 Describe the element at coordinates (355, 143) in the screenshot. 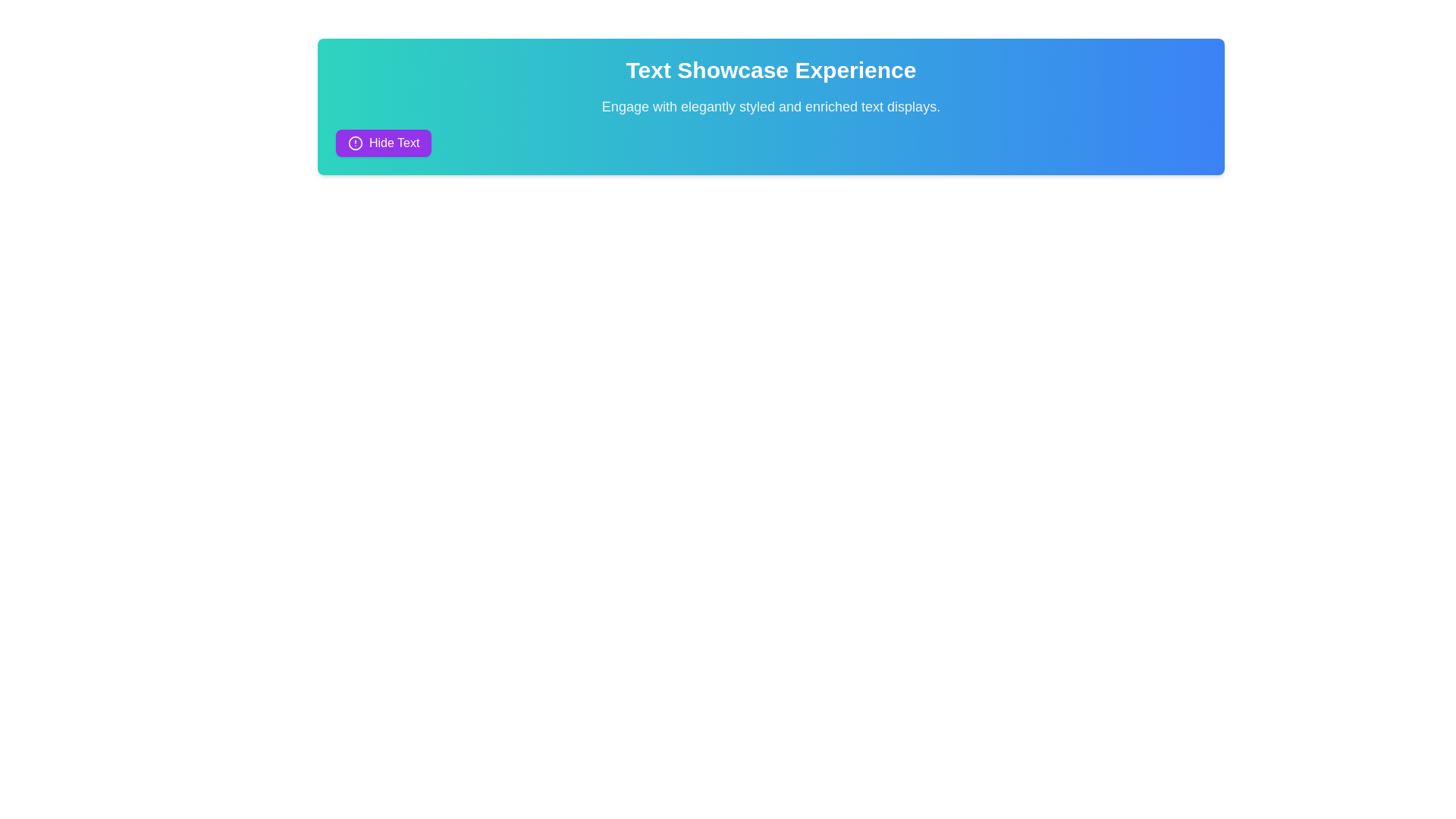

I see `the circular alert icon with a purple background and white stroke, located to the left of the 'Hide Text' button` at that location.